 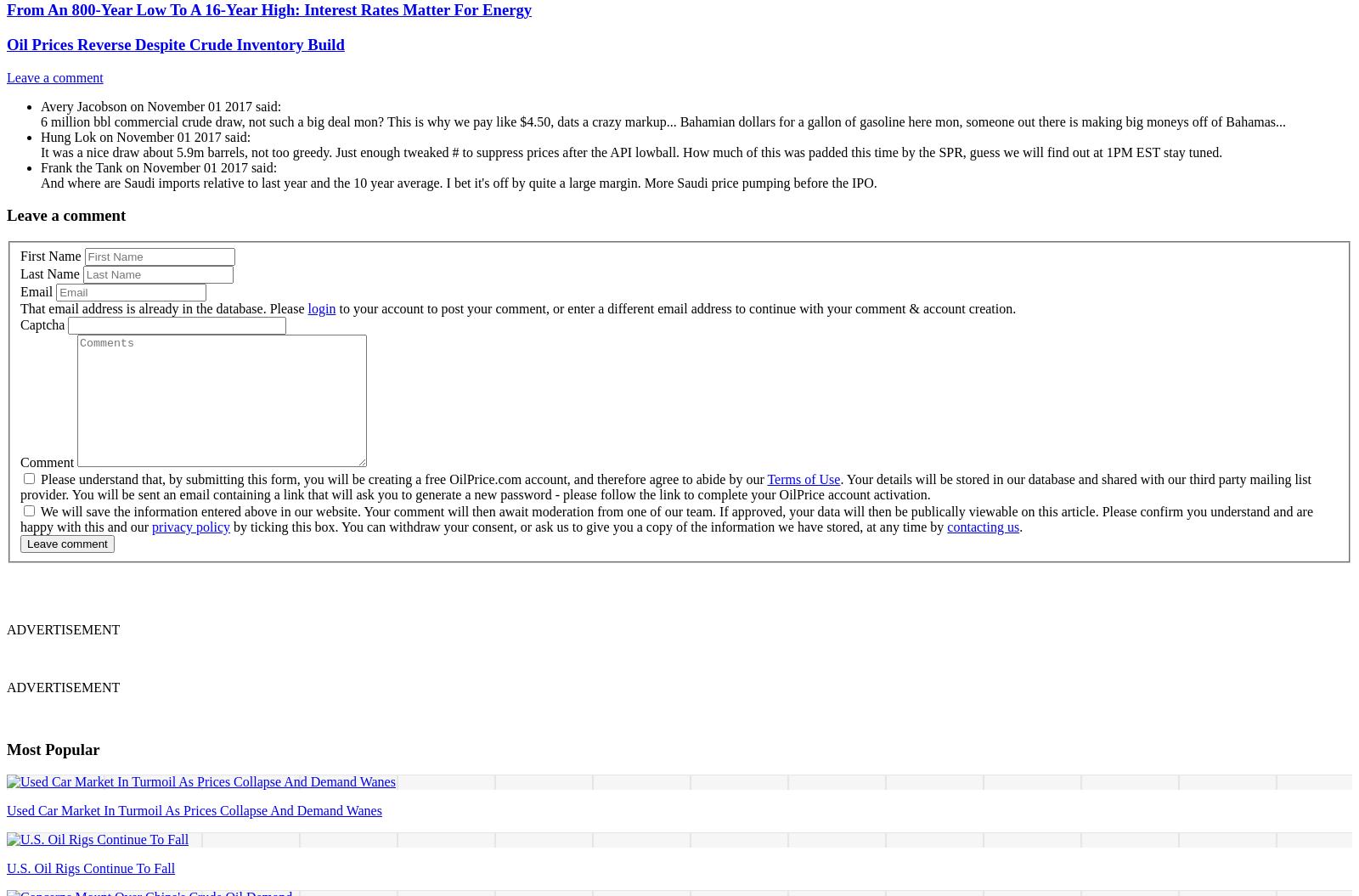 I want to click on 'login', so click(x=321, y=307).